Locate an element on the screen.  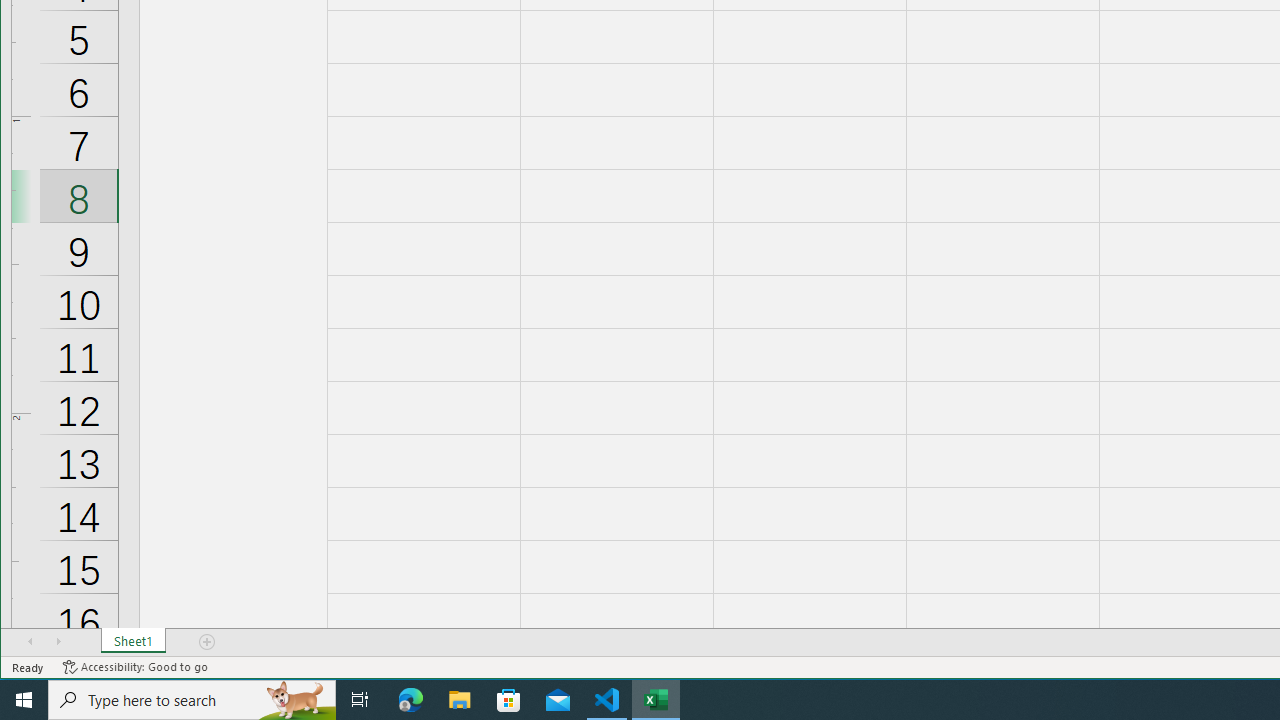
'Type here to search' is located at coordinates (192, 698).